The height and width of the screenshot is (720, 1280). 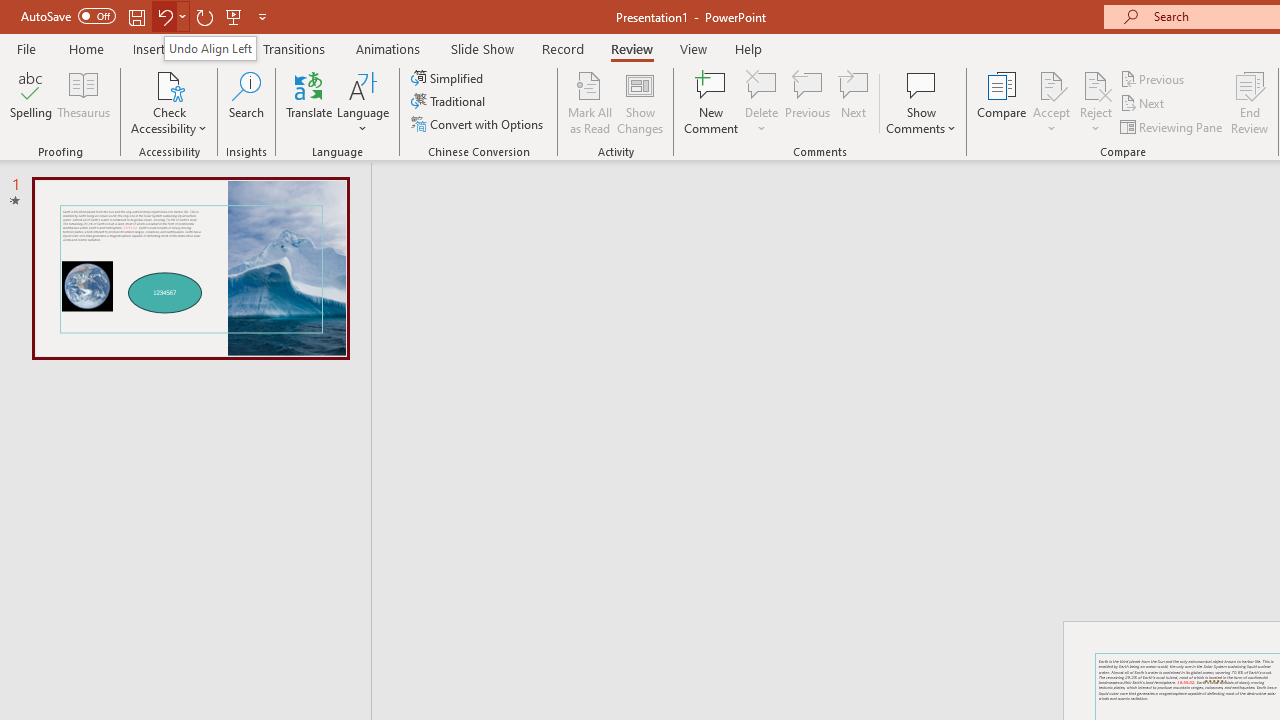 I want to click on 'Compare', so click(x=1002, y=103).